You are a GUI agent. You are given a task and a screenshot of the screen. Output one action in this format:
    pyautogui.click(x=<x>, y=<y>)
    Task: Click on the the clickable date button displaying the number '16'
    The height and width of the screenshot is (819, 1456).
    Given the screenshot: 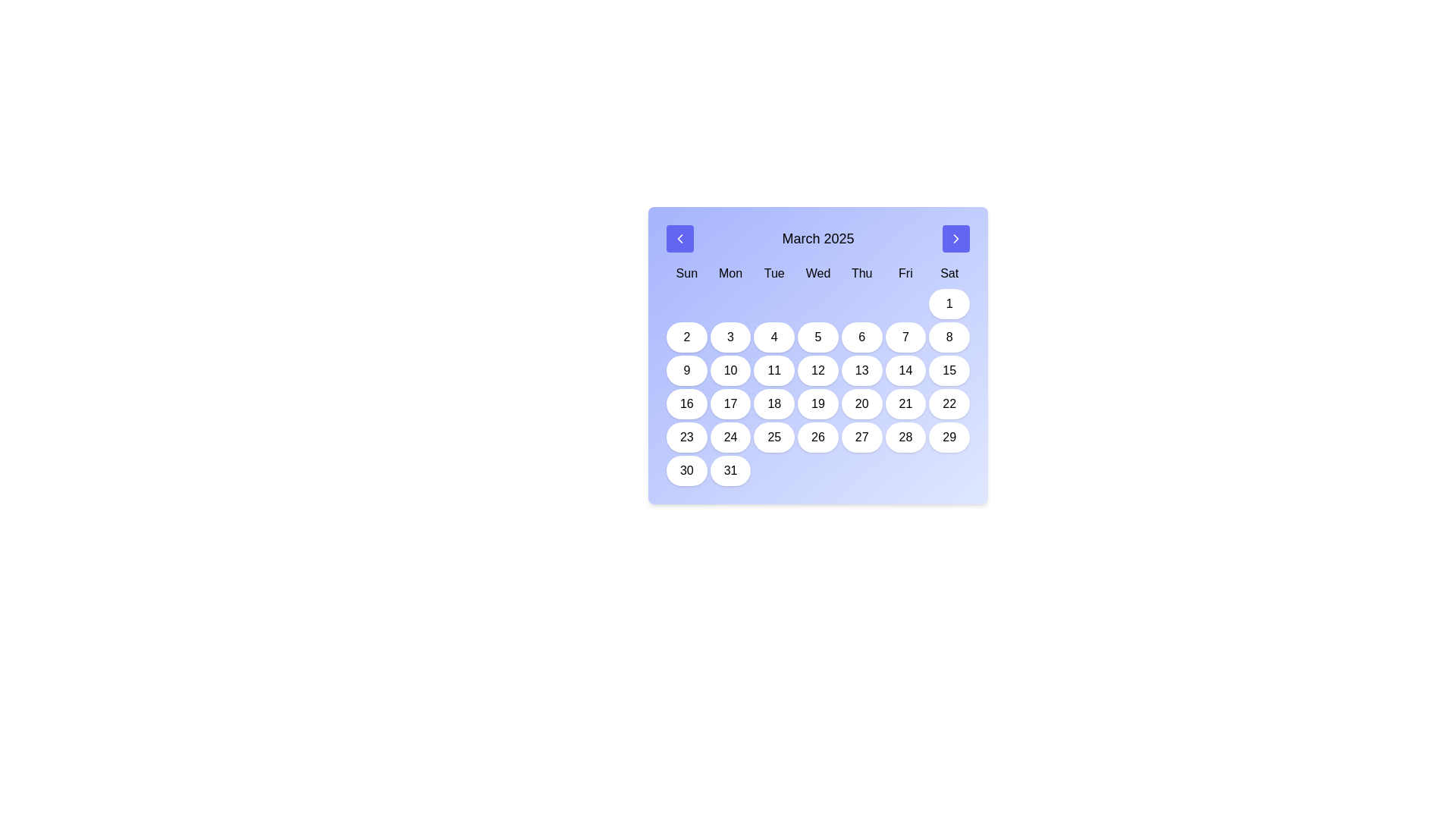 What is the action you would take?
    pyautogui.click(x=686, y=403)
    